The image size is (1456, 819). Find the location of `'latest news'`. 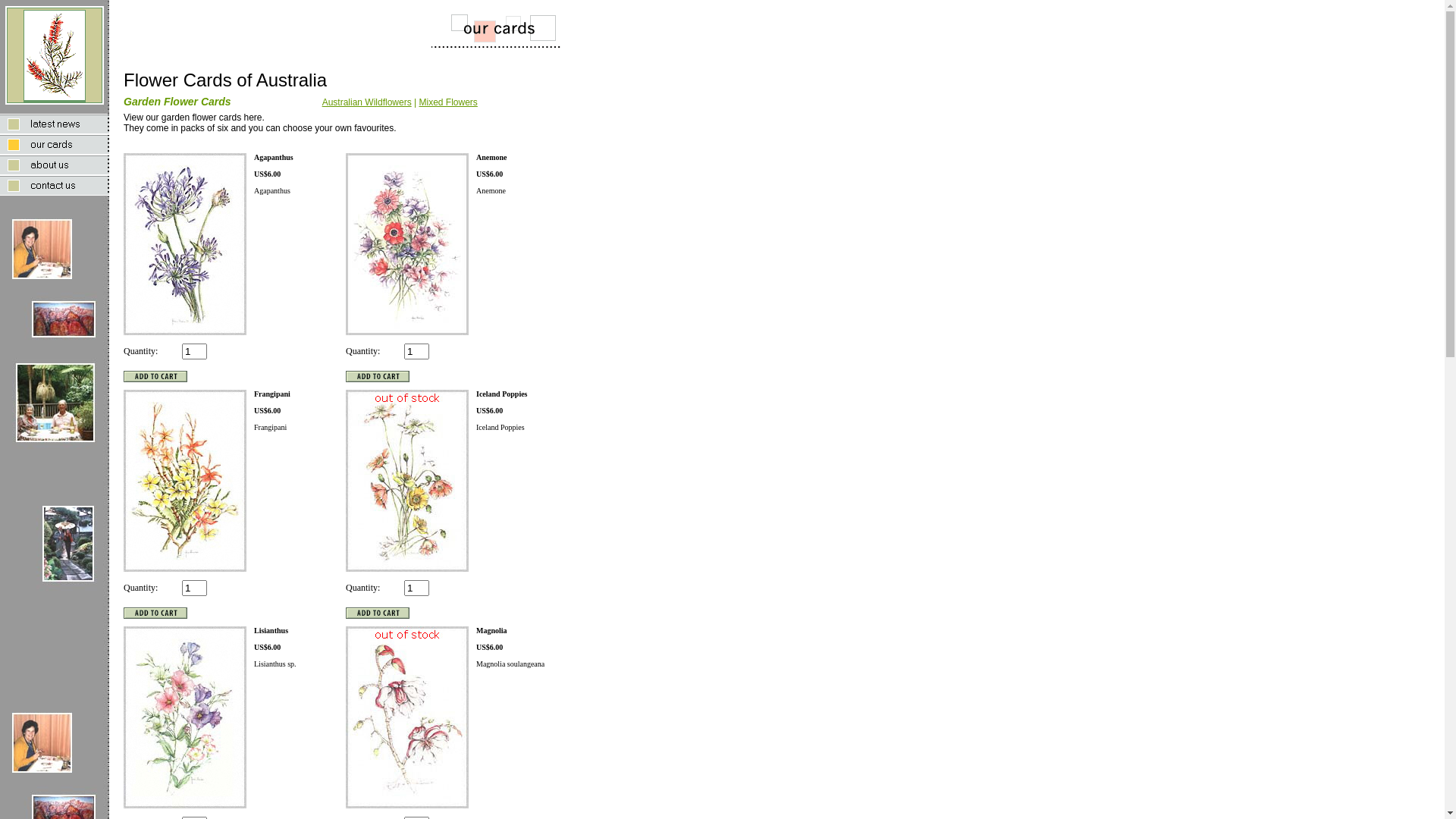

'latest news' is located at coordinates (55, 123).